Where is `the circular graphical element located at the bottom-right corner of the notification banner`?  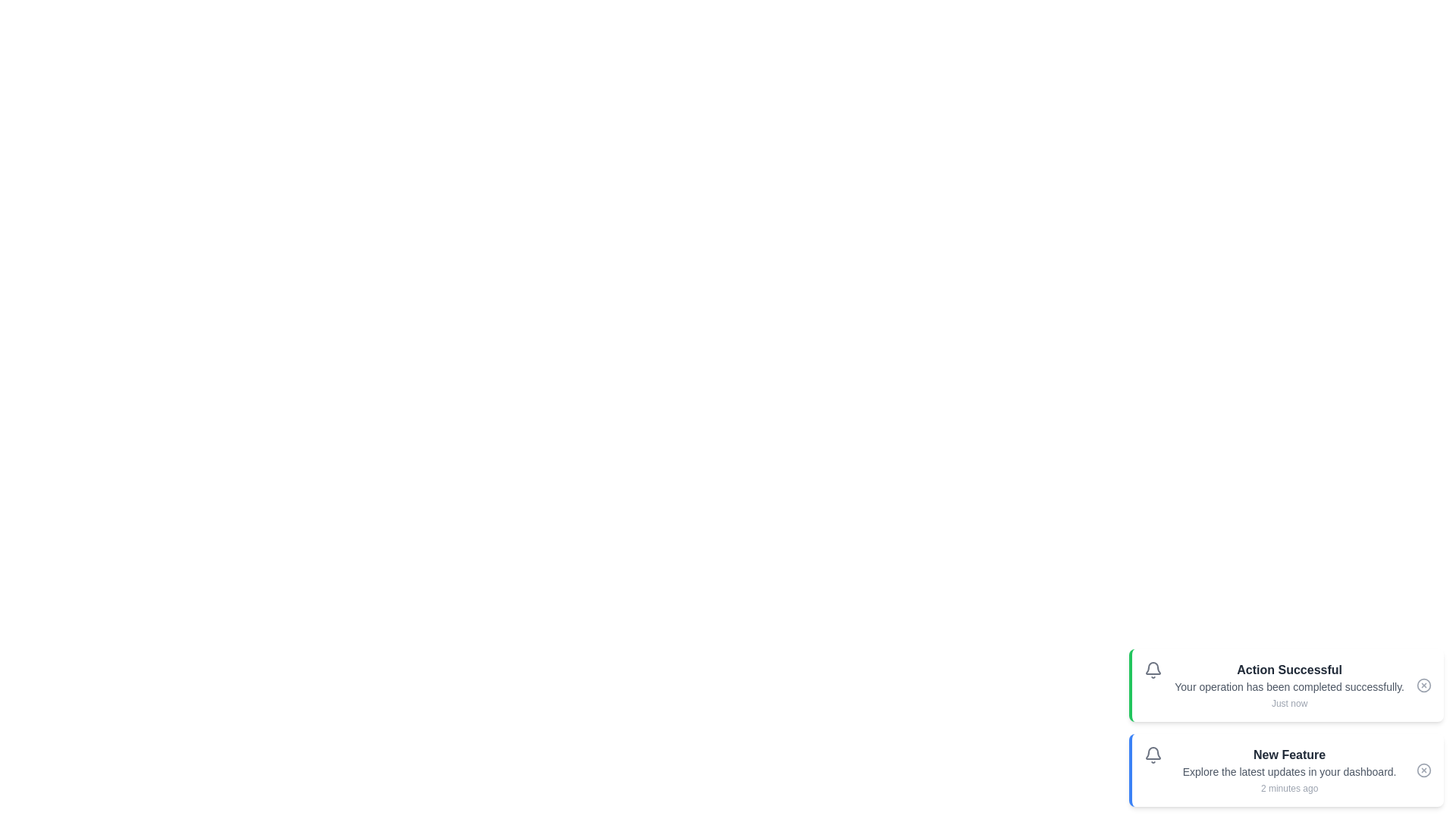 the circular graphical element located at the bottom-right corner of the notification banner is located at coordinates (1423, 770).